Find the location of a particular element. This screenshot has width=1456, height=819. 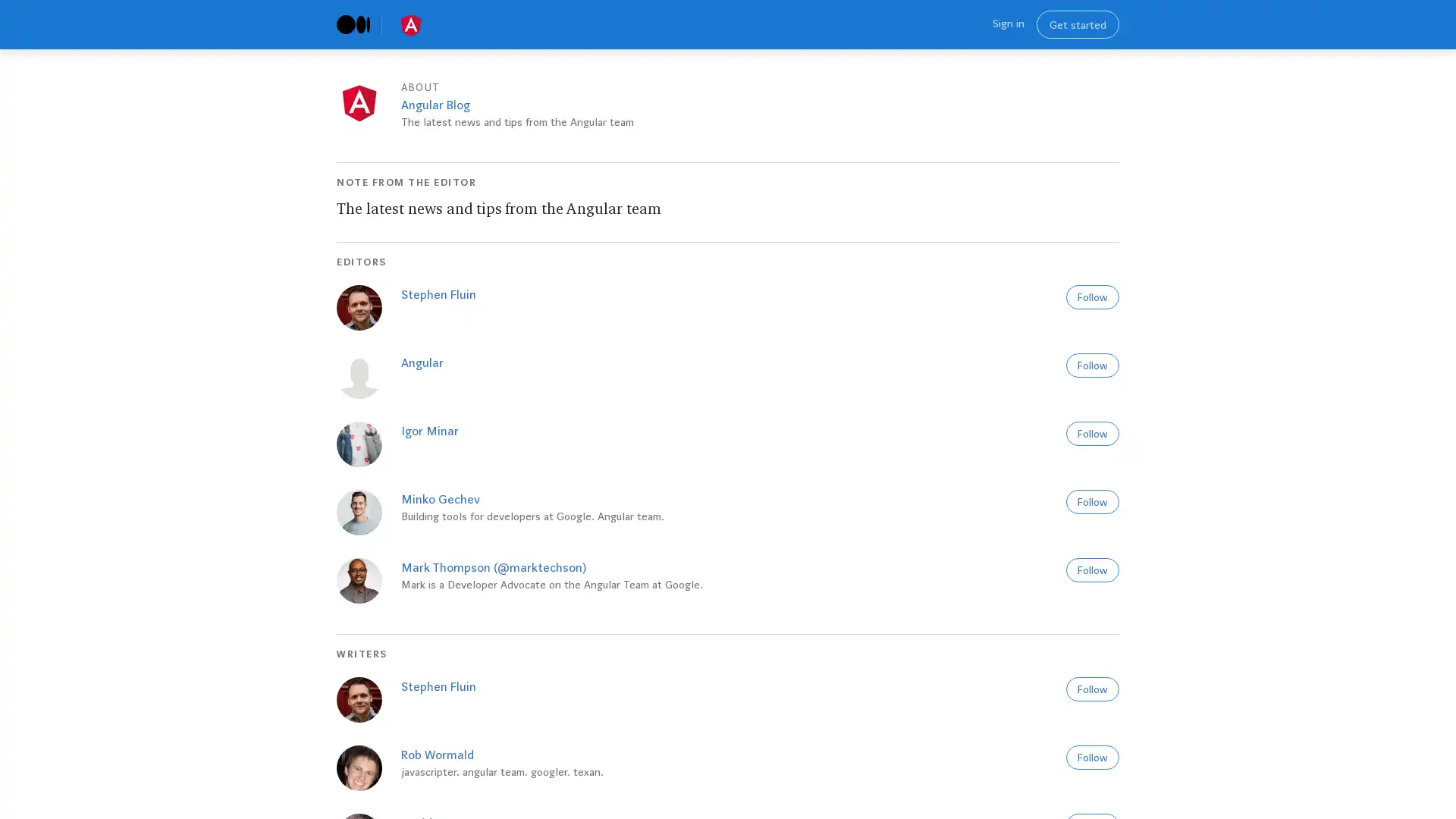

Follow to get new stories and recommendations from this author is located at coordinates (1092, 757).